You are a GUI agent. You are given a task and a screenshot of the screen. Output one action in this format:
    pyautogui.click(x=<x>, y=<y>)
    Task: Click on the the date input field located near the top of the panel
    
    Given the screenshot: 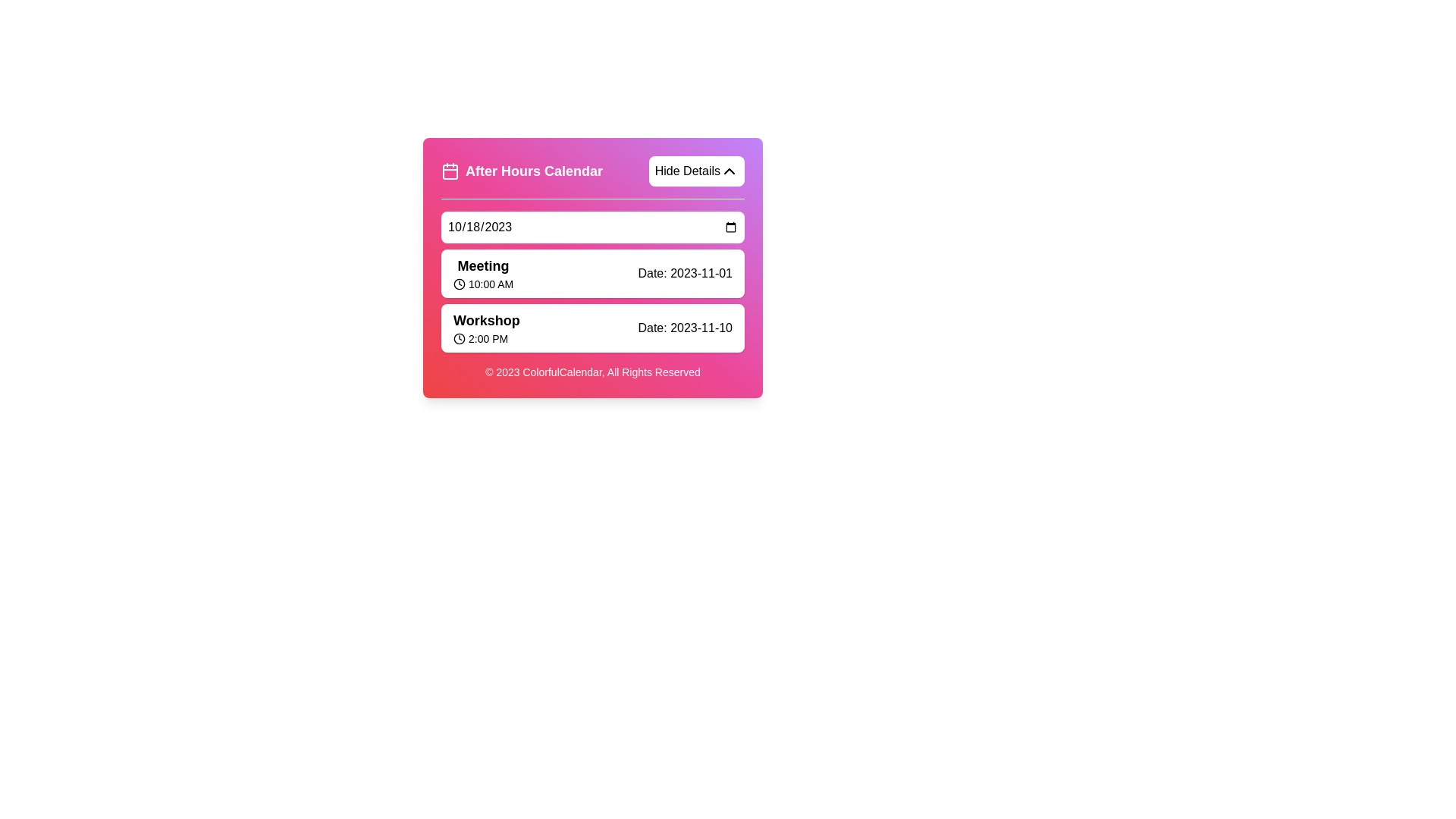 What is the action you would take?
    pyautogui.click(x=592, y=227)
    